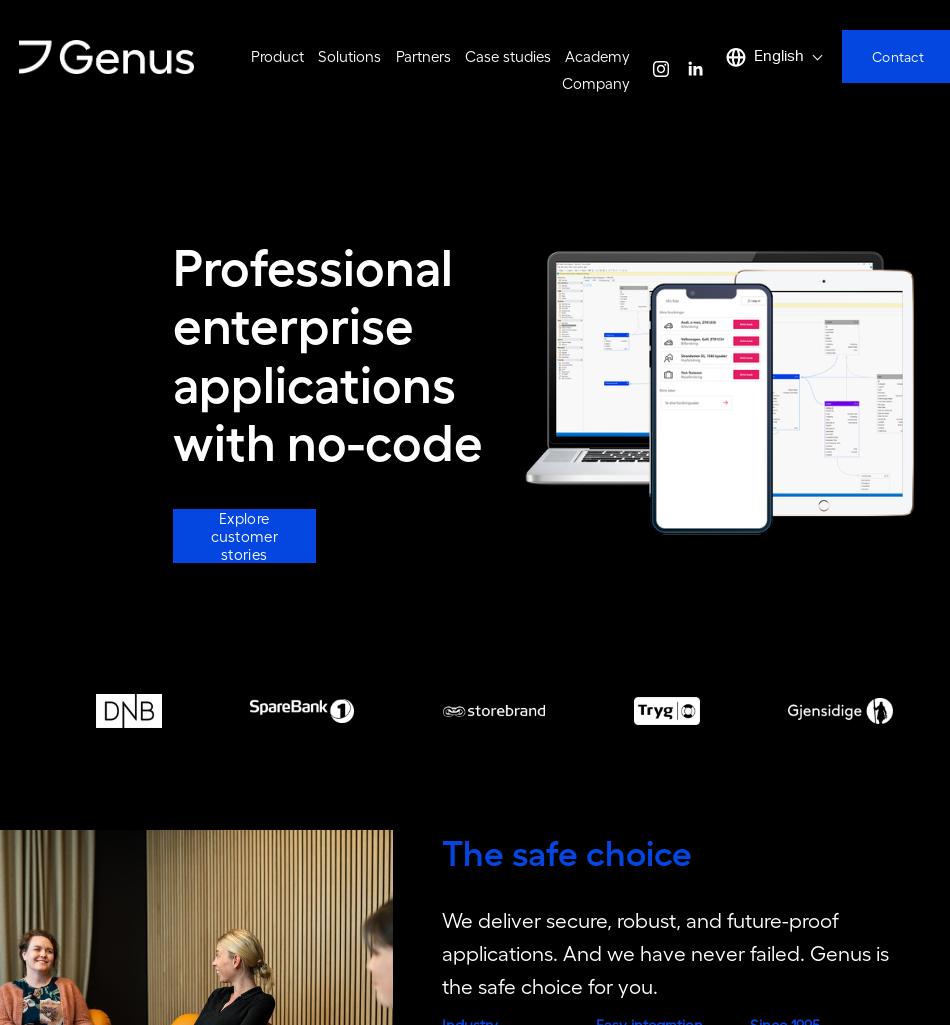  Describe the element at coordinates (566, 857) in the screenshot. I see `'The safe choice'` at that location.